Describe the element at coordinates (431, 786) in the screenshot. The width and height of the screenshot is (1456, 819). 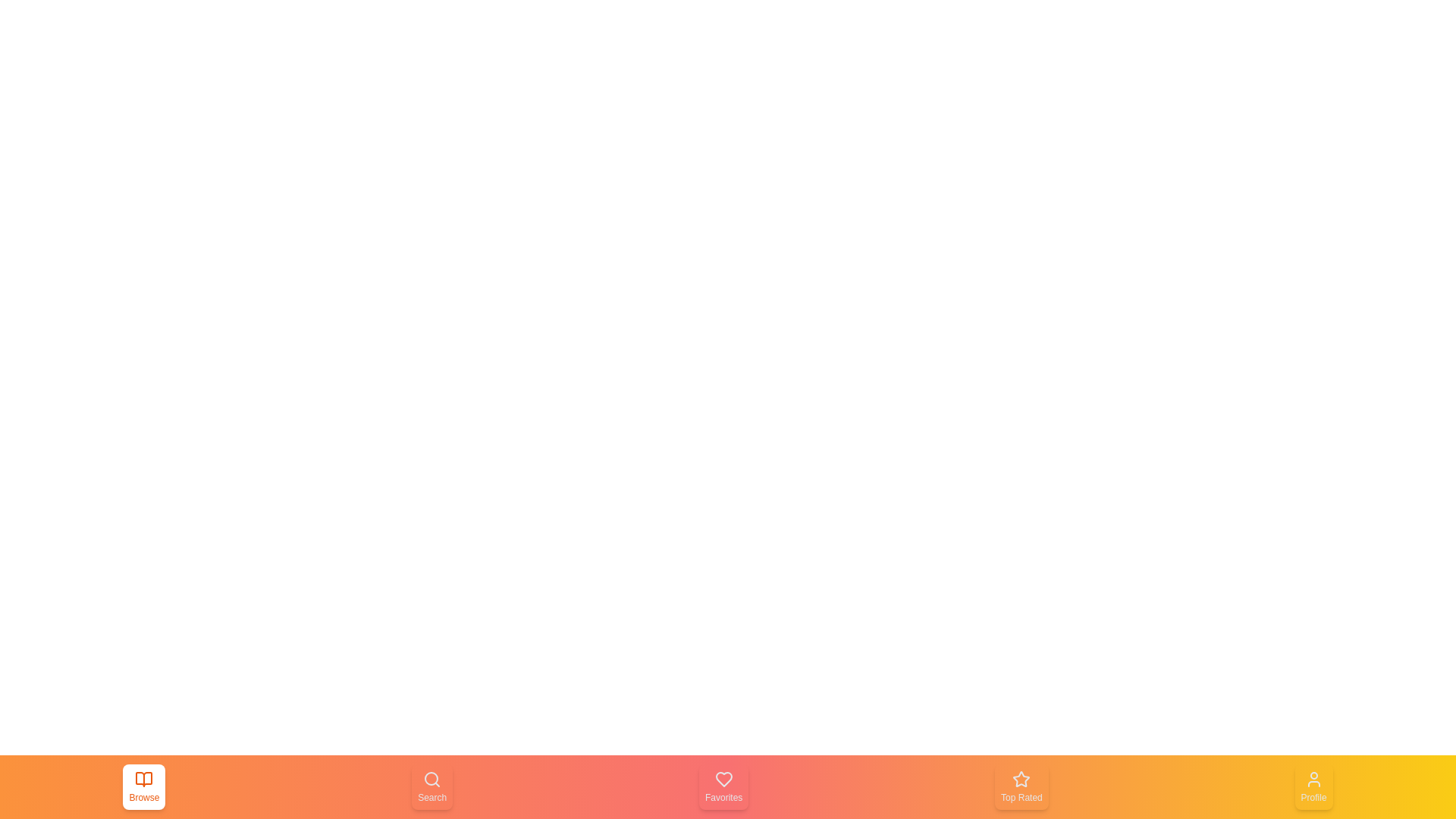
I see `the tab Search by clicking on the corresponding button` at that location.